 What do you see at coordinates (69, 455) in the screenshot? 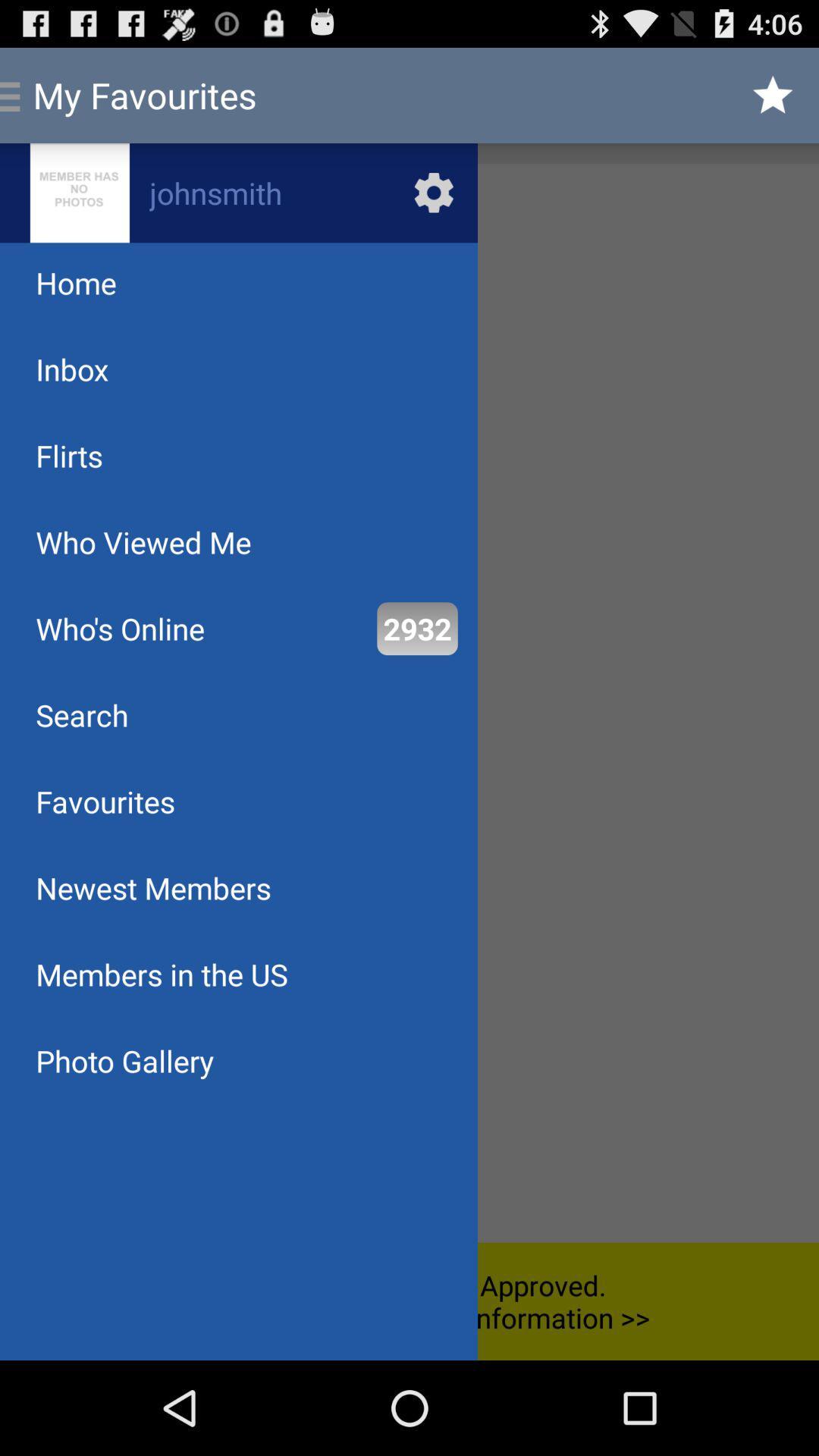
I see `the app below the inbox` at bounding box center [69, 455].